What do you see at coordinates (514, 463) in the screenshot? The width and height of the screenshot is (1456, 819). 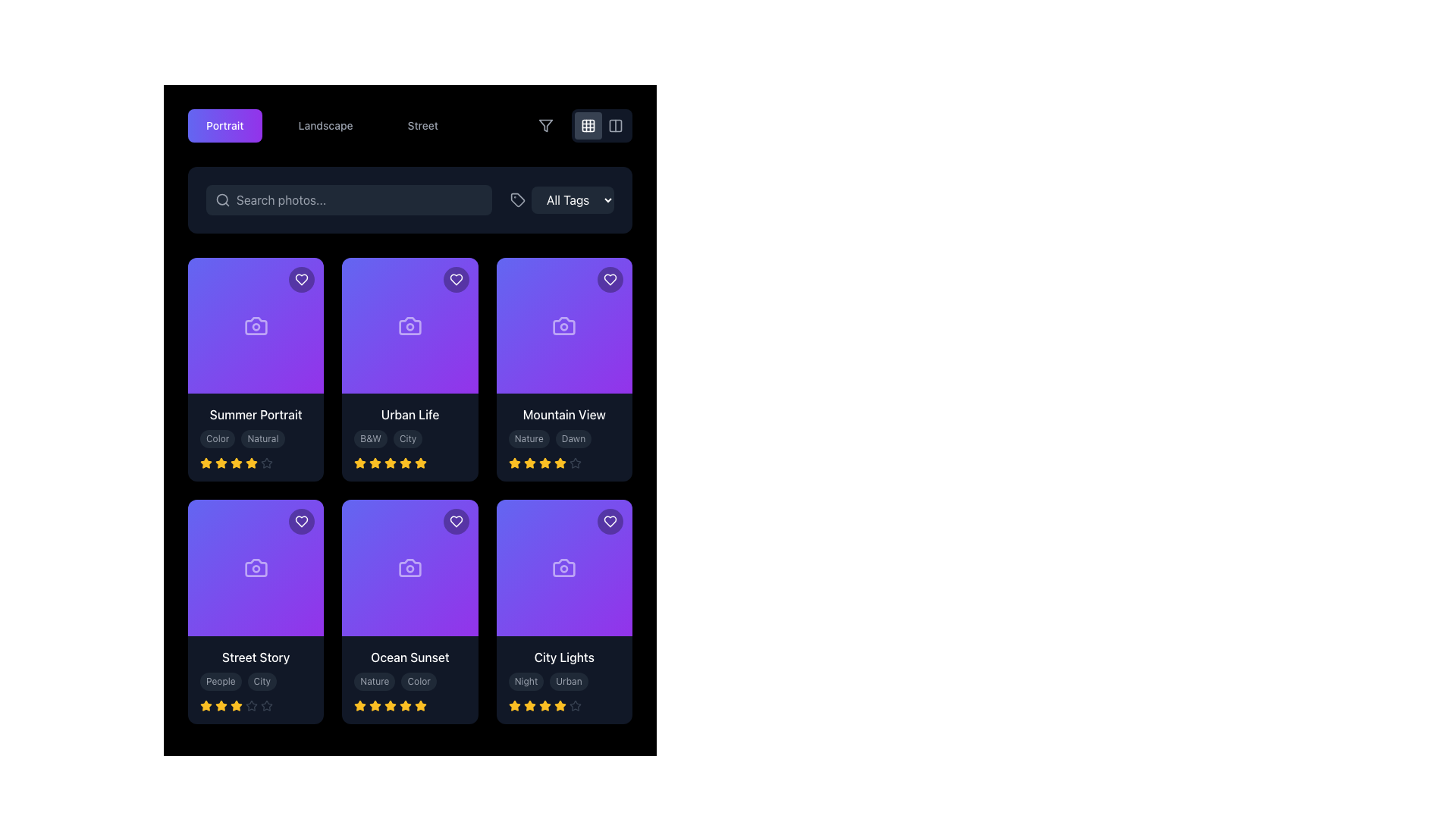 I see `the third star in the five-star rating system located in the card labeled 'Mountain View'` at bounding box center [514, 463].